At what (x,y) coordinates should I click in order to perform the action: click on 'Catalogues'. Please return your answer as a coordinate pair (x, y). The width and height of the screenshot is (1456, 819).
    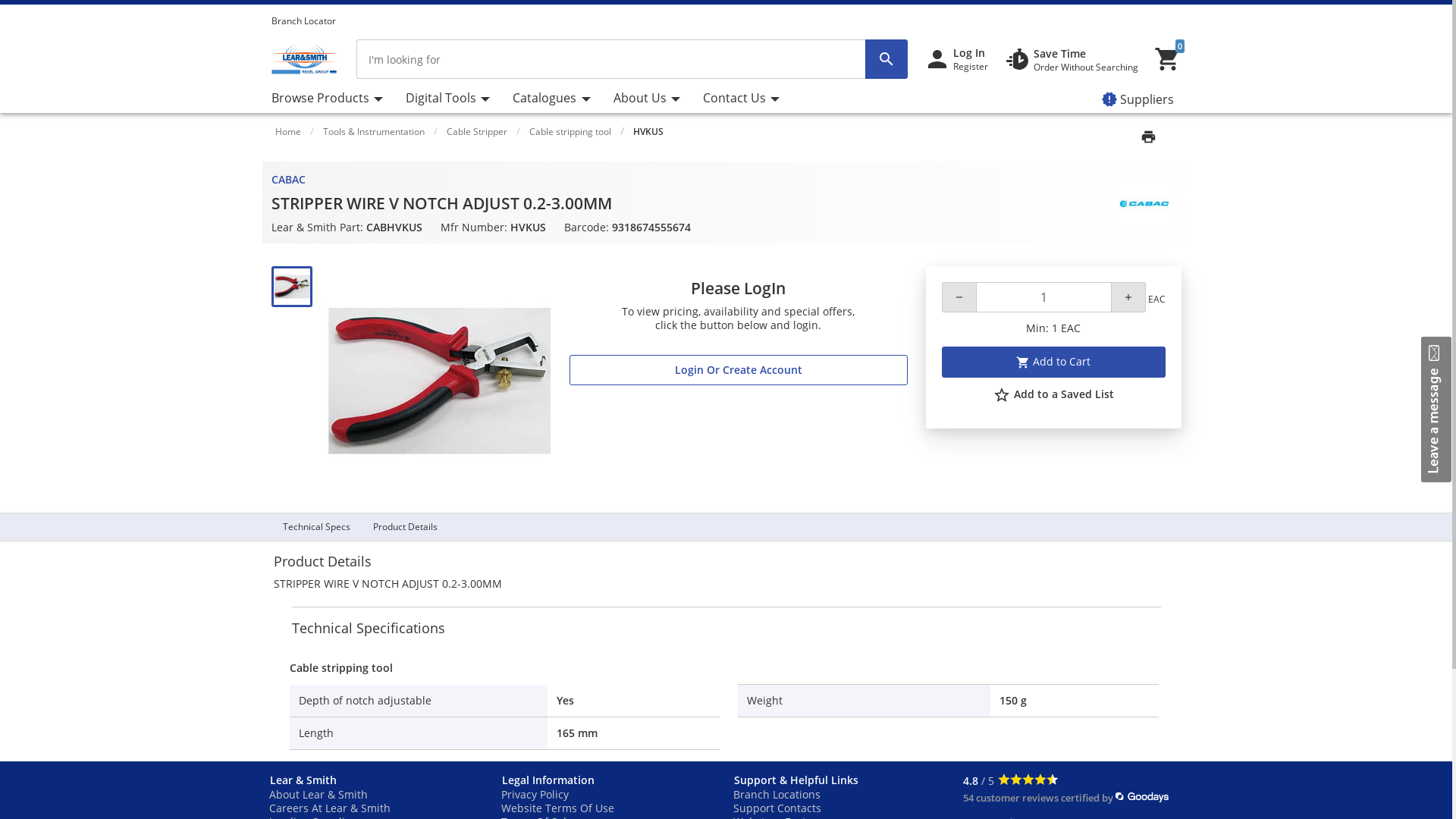
    Looking at the image, I should click on (501, 99).